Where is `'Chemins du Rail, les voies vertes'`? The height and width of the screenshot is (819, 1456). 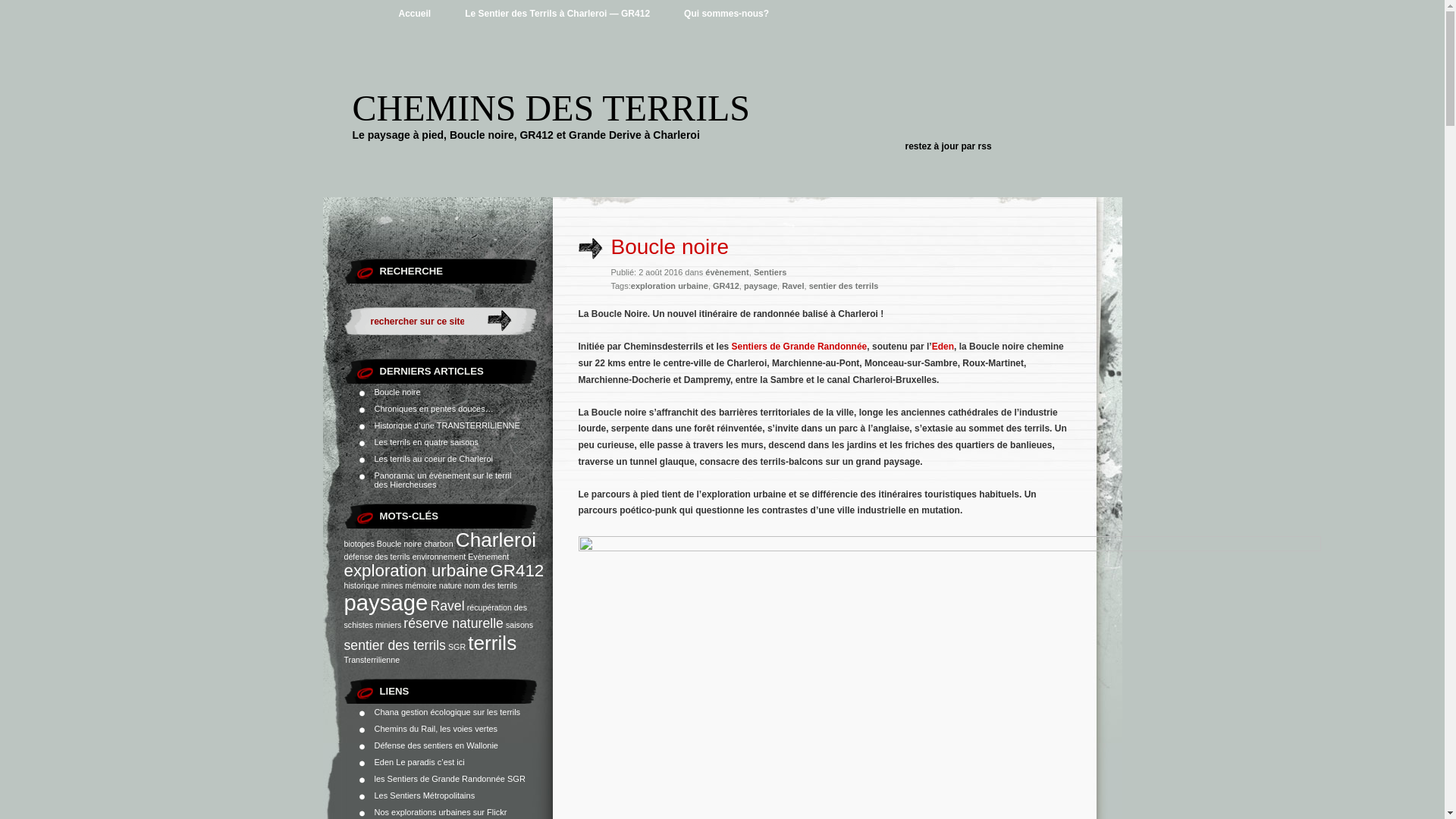
'Chemins du Rail, les voies vertes' is located at coordinates (435, 727).